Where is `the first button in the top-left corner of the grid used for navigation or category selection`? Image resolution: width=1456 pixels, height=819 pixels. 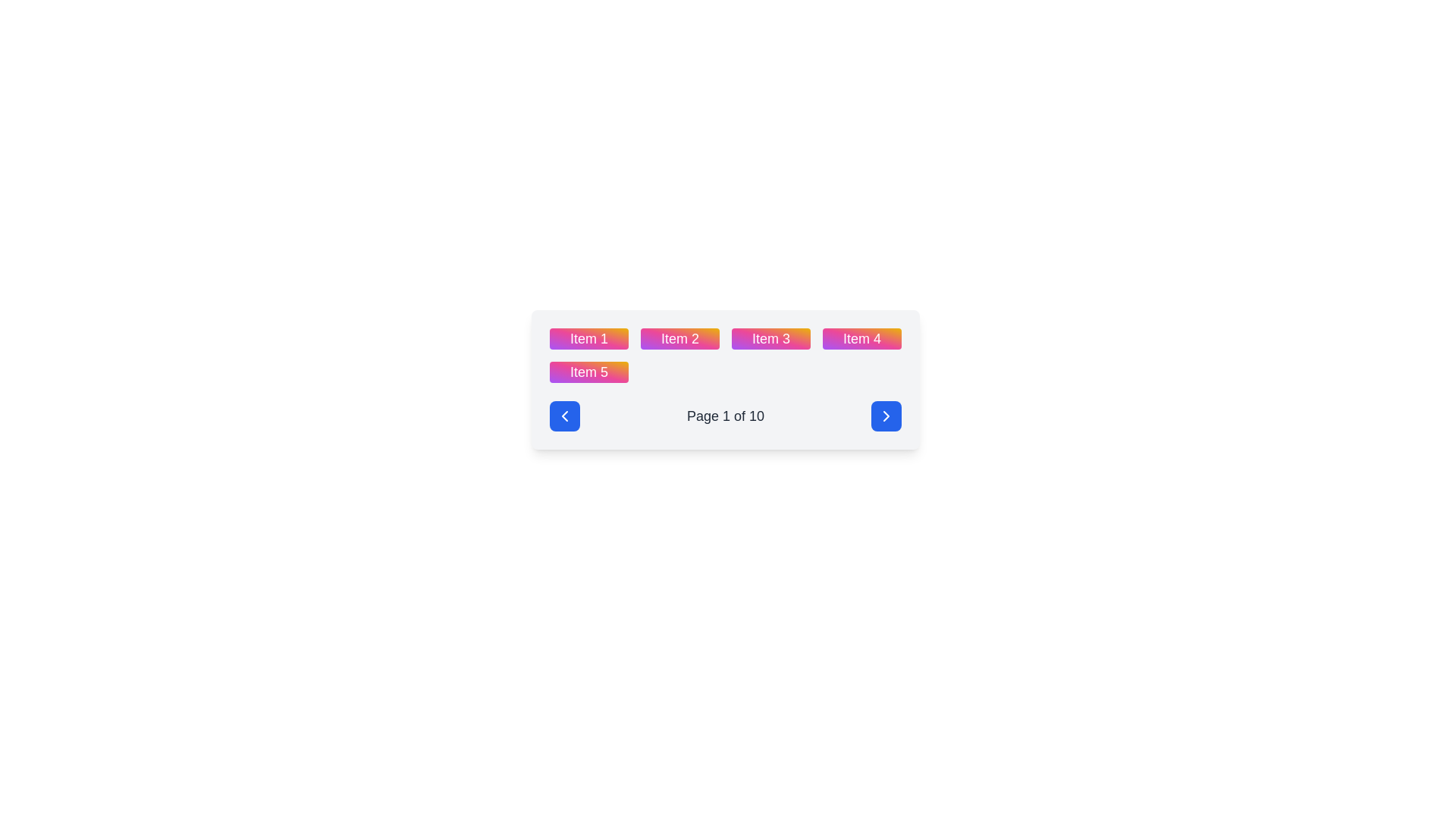
the first button in the top-left corner of the grid used for navigation or category selection is located at coordinates (588, 338).